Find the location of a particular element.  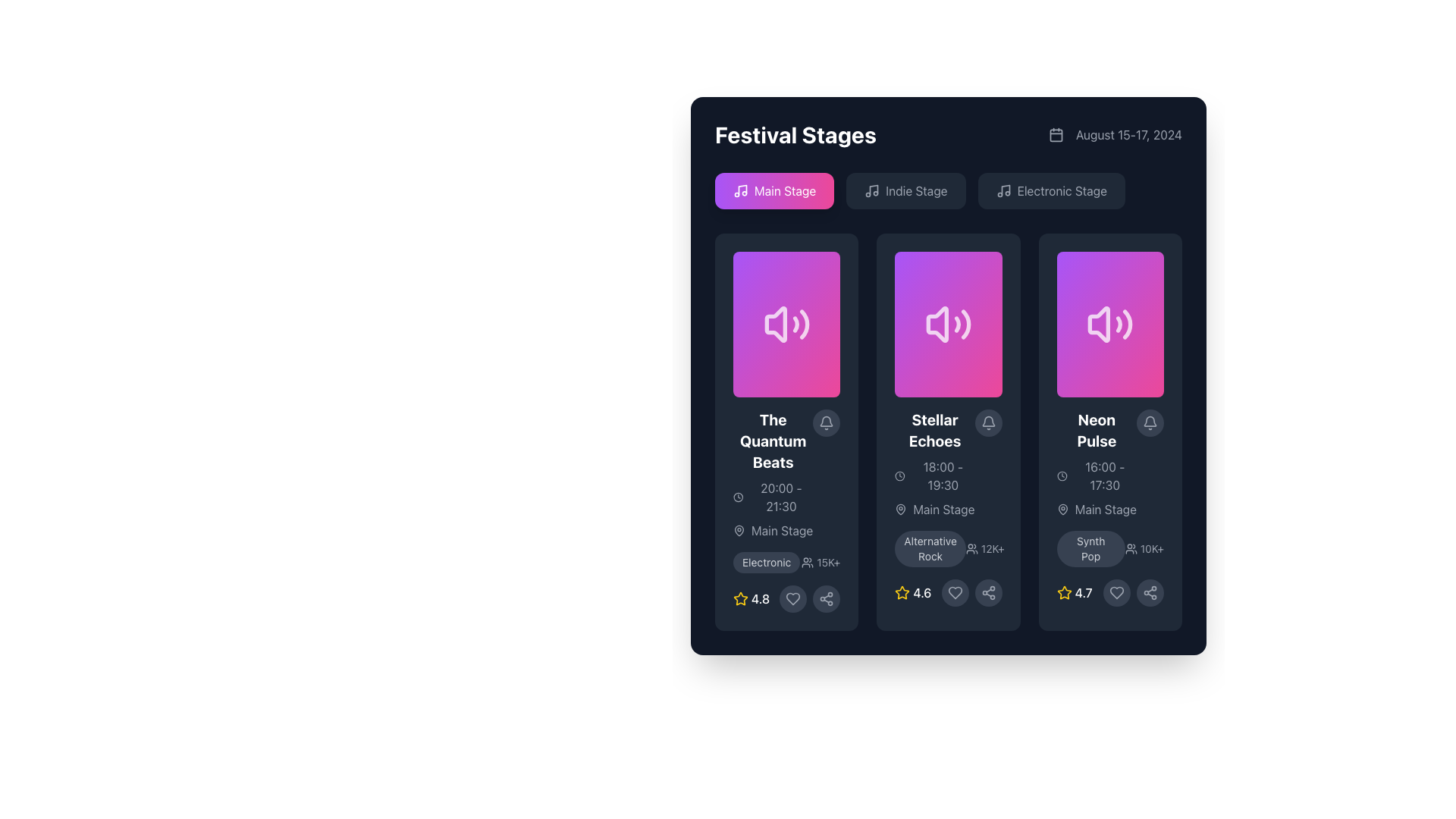

the 'Stellar Echoes' information card, which is a panel with a dark background and rounded corners is located at coordinates (948, 432).